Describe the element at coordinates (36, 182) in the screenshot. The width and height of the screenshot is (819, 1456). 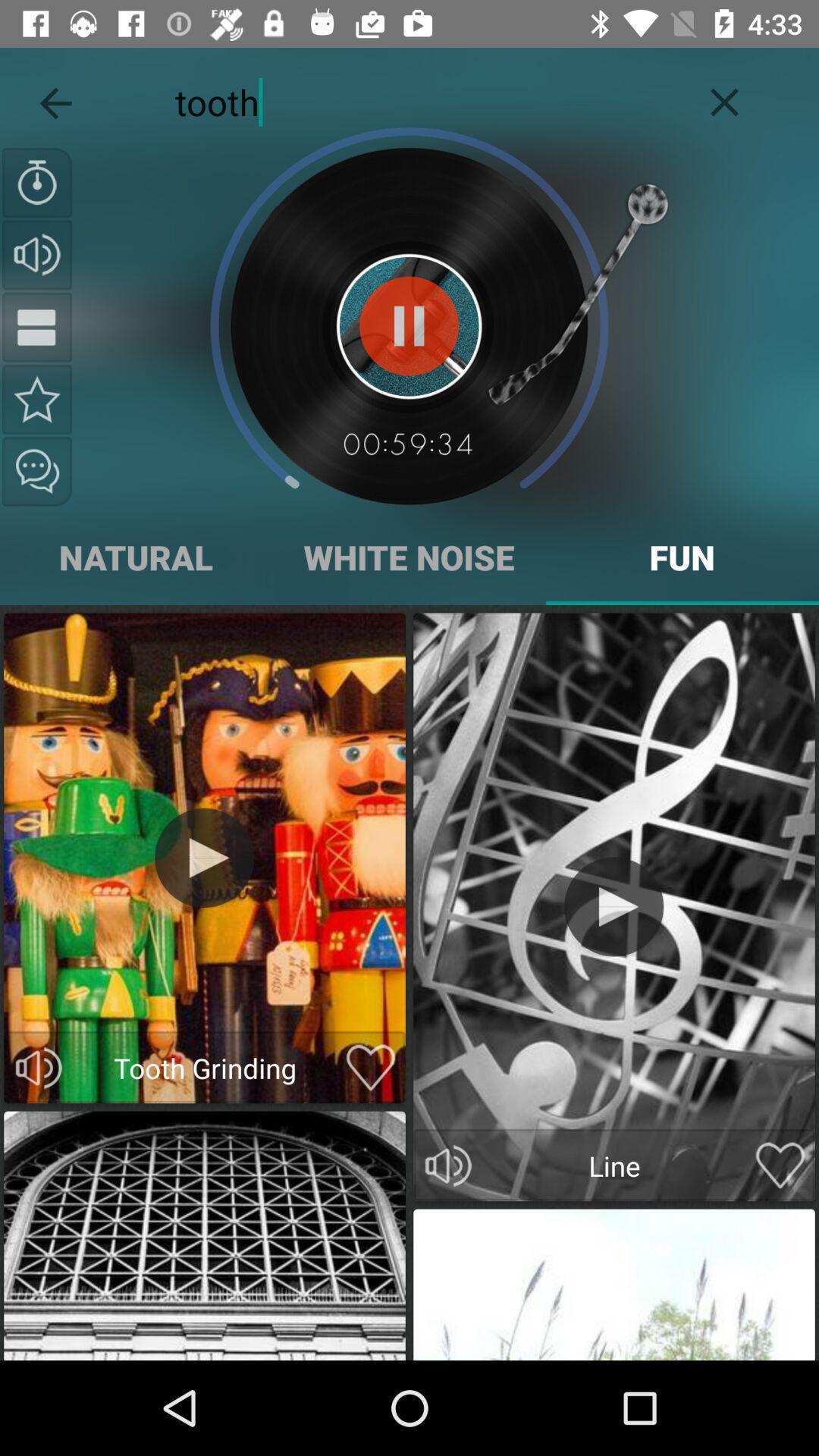
I see `timer` at that location.